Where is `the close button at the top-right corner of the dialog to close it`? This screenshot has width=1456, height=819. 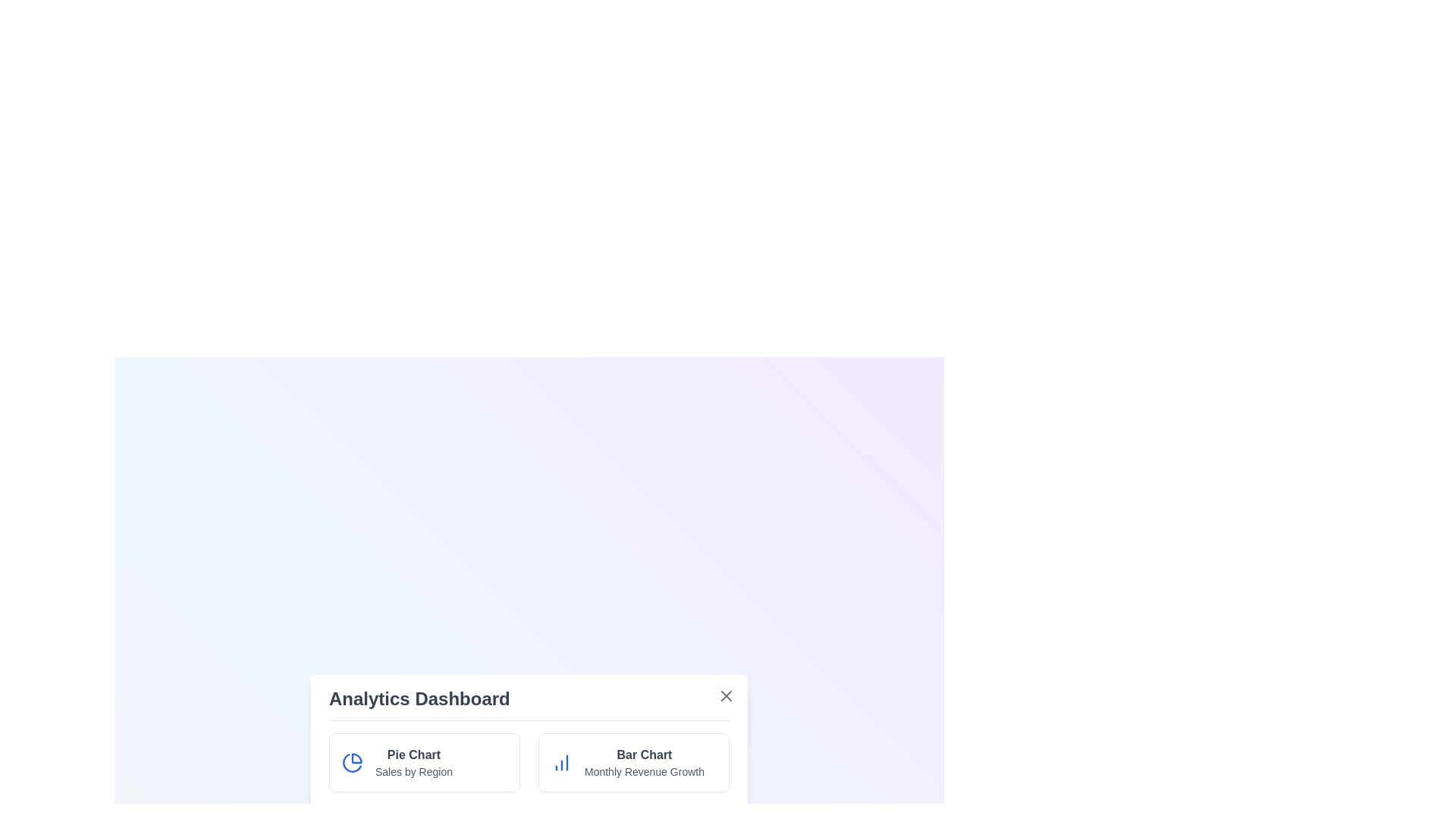
the close button at the top-right corner of the dialog to close it is located at coordinates (726, 695).